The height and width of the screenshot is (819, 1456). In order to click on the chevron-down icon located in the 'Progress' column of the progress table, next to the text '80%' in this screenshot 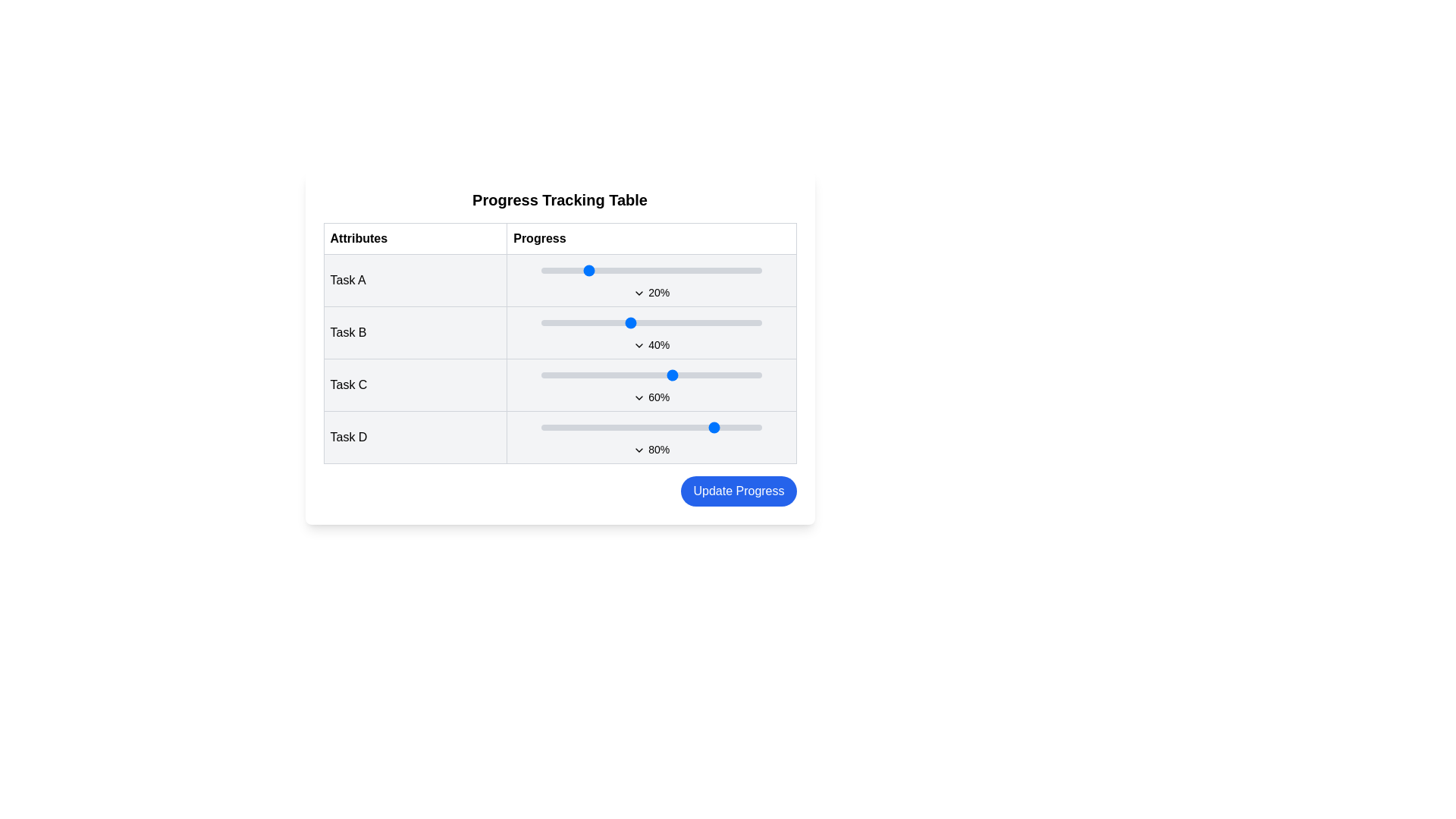, I will do `click(639, 450)`.